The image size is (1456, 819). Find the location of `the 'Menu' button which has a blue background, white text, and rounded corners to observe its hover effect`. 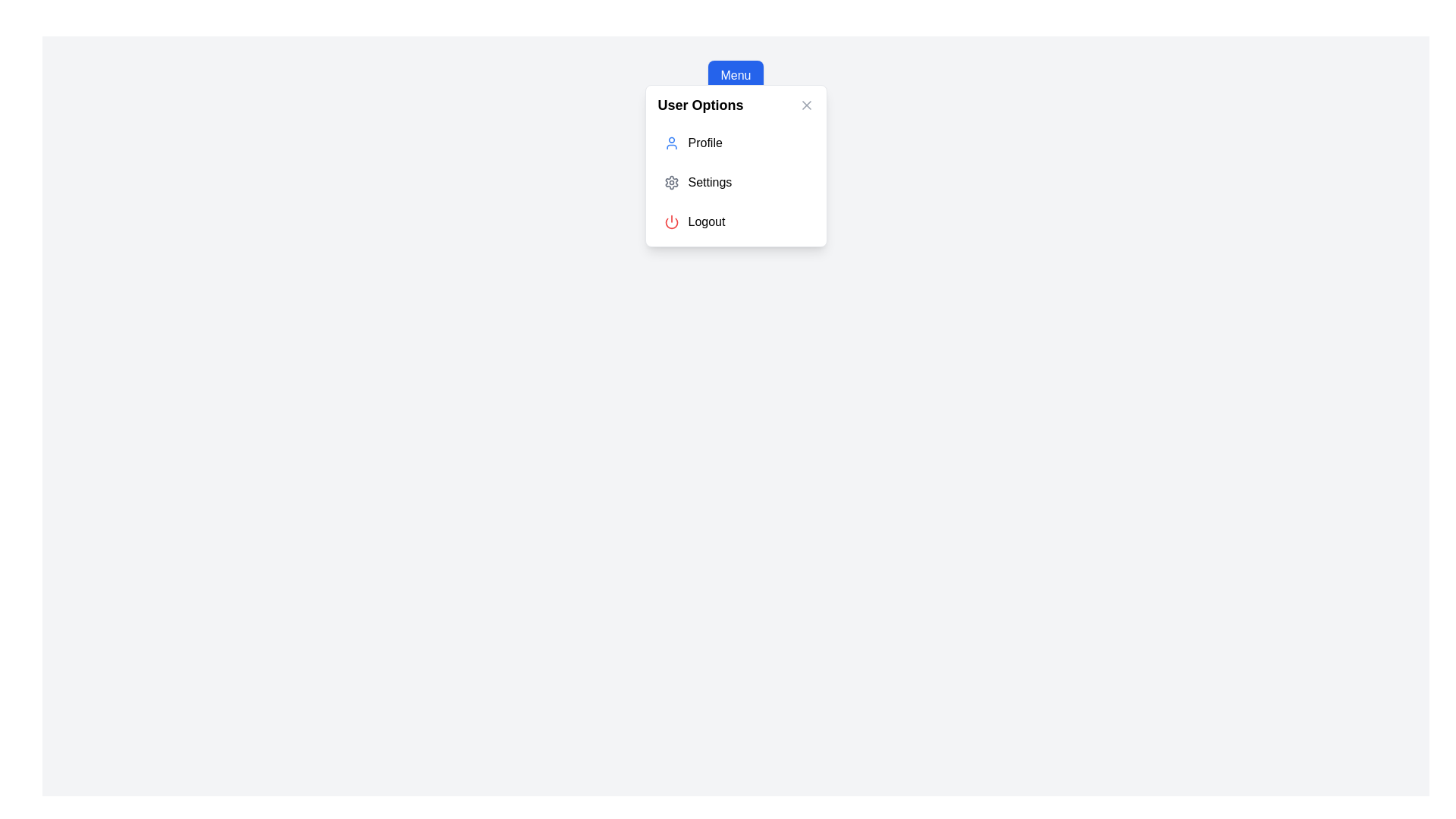

the 'Menu' button which has a blue background, white text, and rounded corners to observe its hover effect is located at coordinates (736, 76).